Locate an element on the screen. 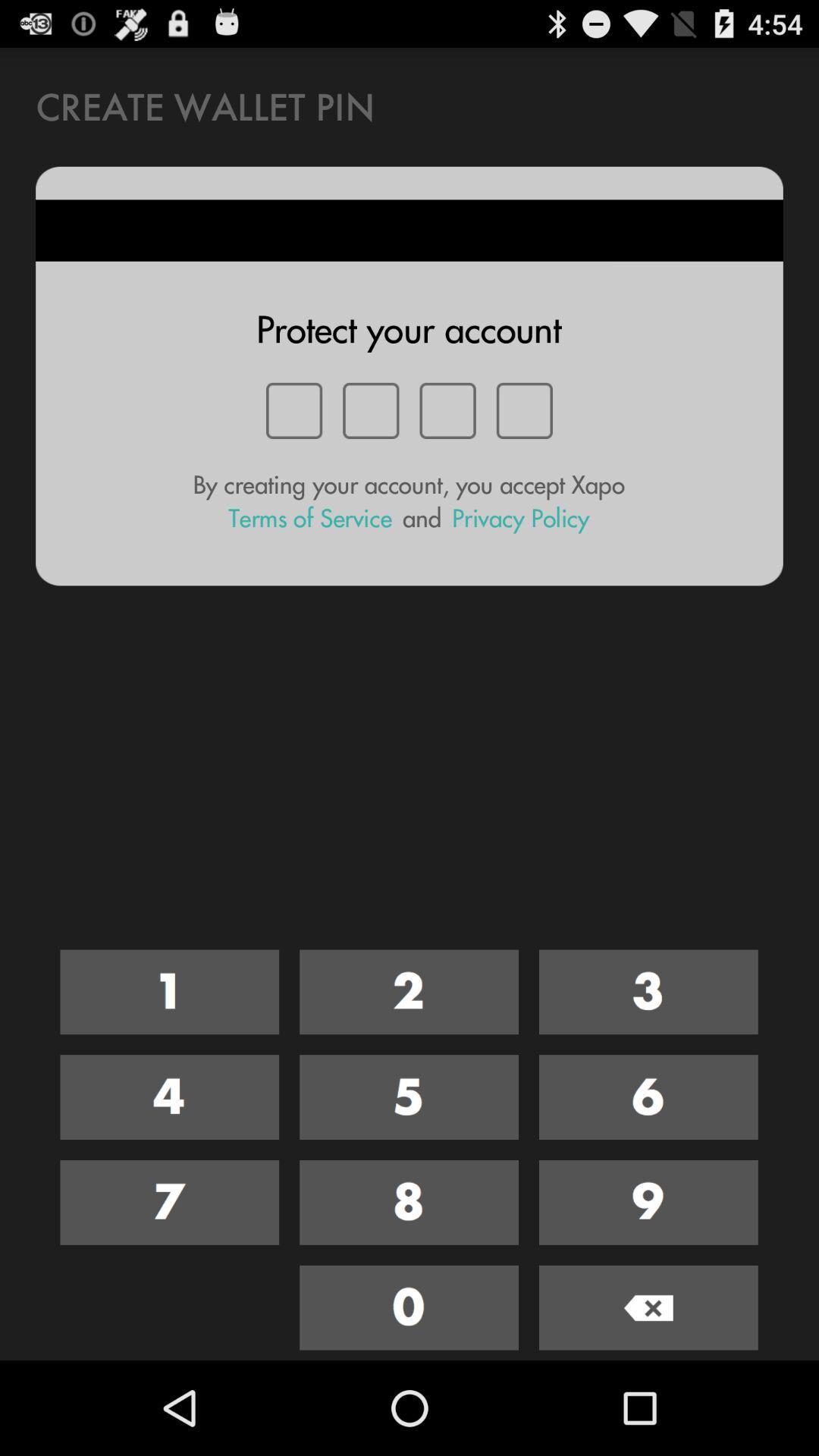  number 2 button is located at coordinates (408, 992).